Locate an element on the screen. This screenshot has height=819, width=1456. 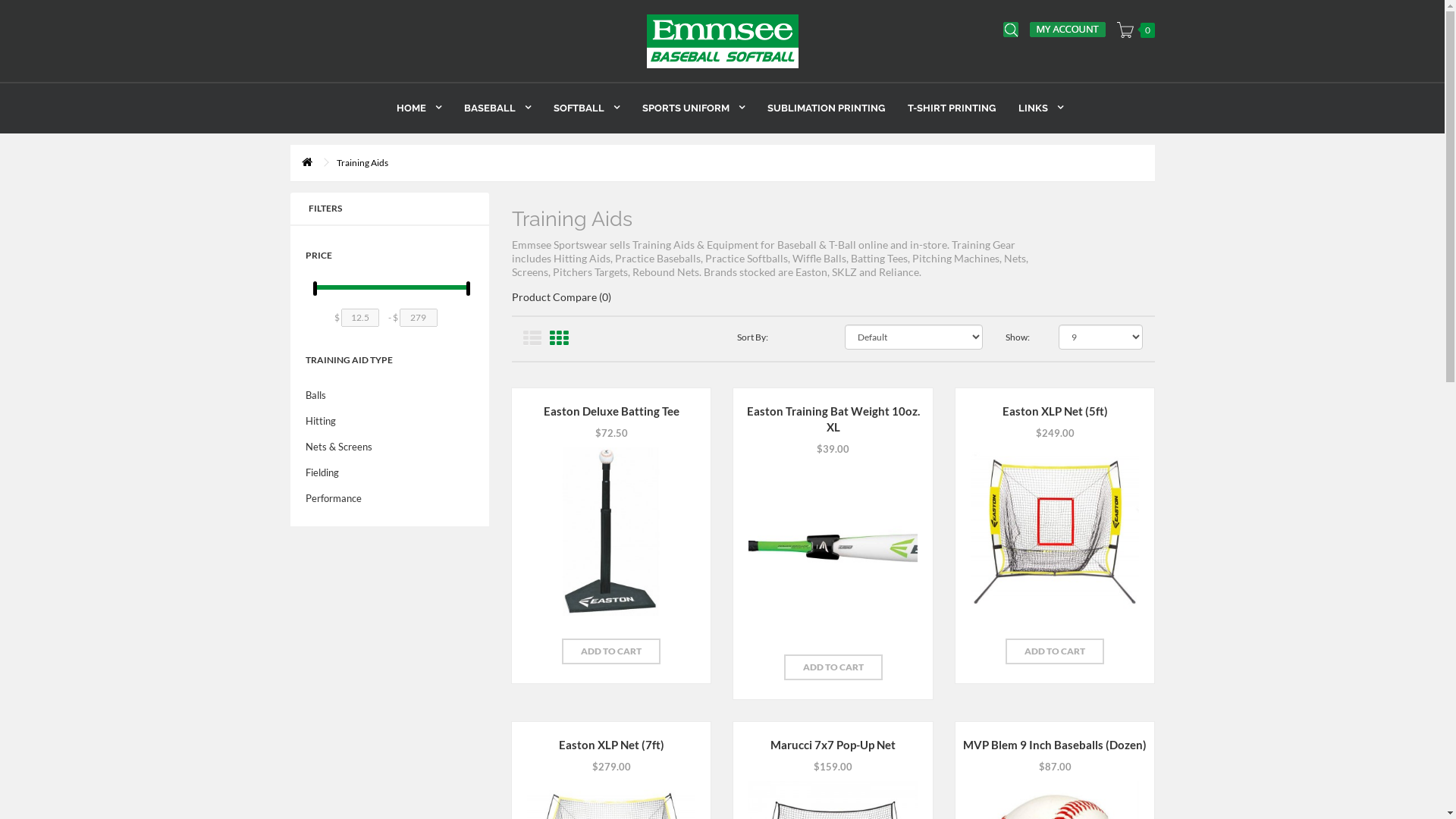
'ADD TO CART' is located at coordinates (1054, 651).